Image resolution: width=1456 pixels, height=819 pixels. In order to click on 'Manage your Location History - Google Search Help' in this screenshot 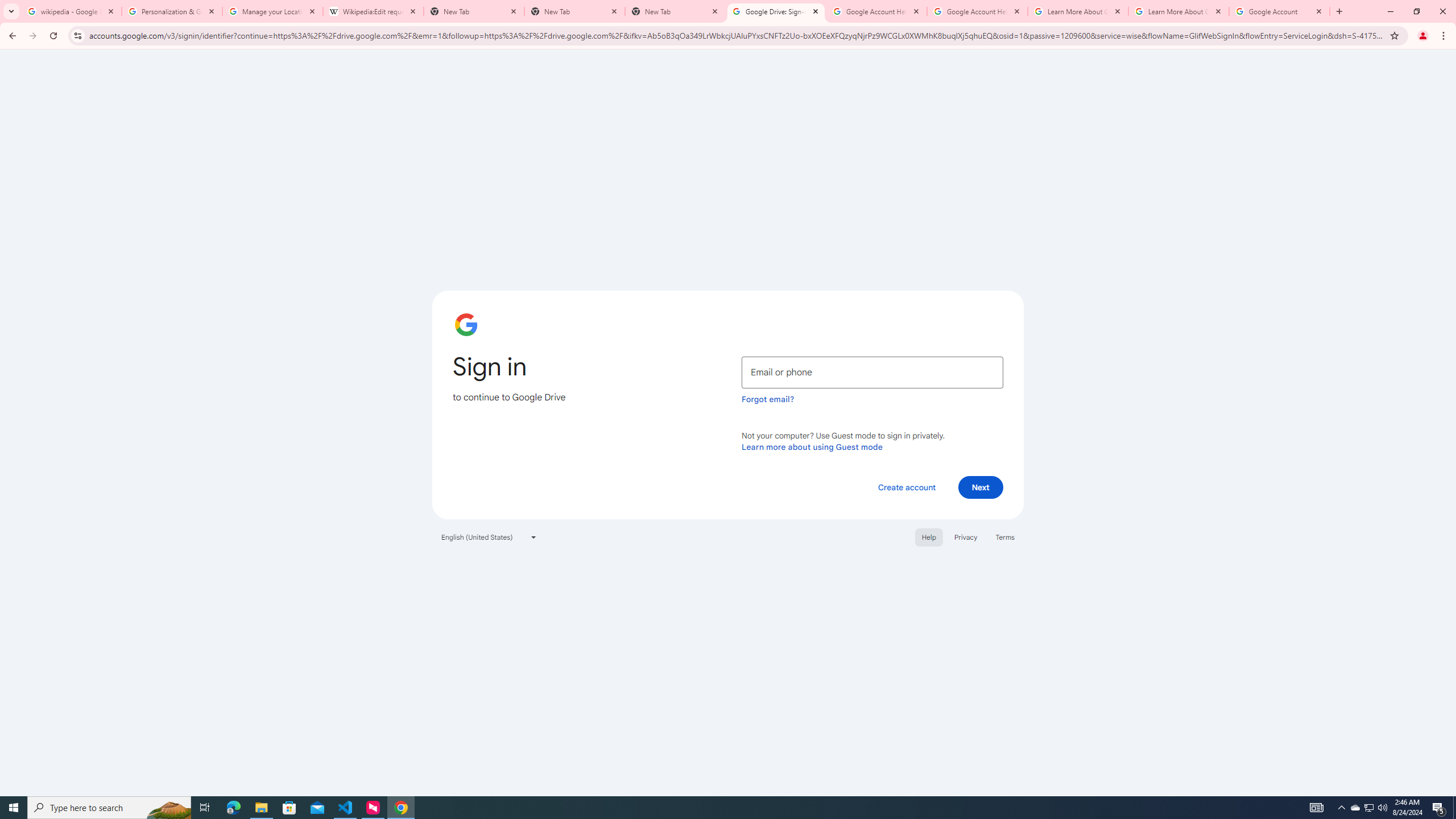, I will do `click(271, 11)`.